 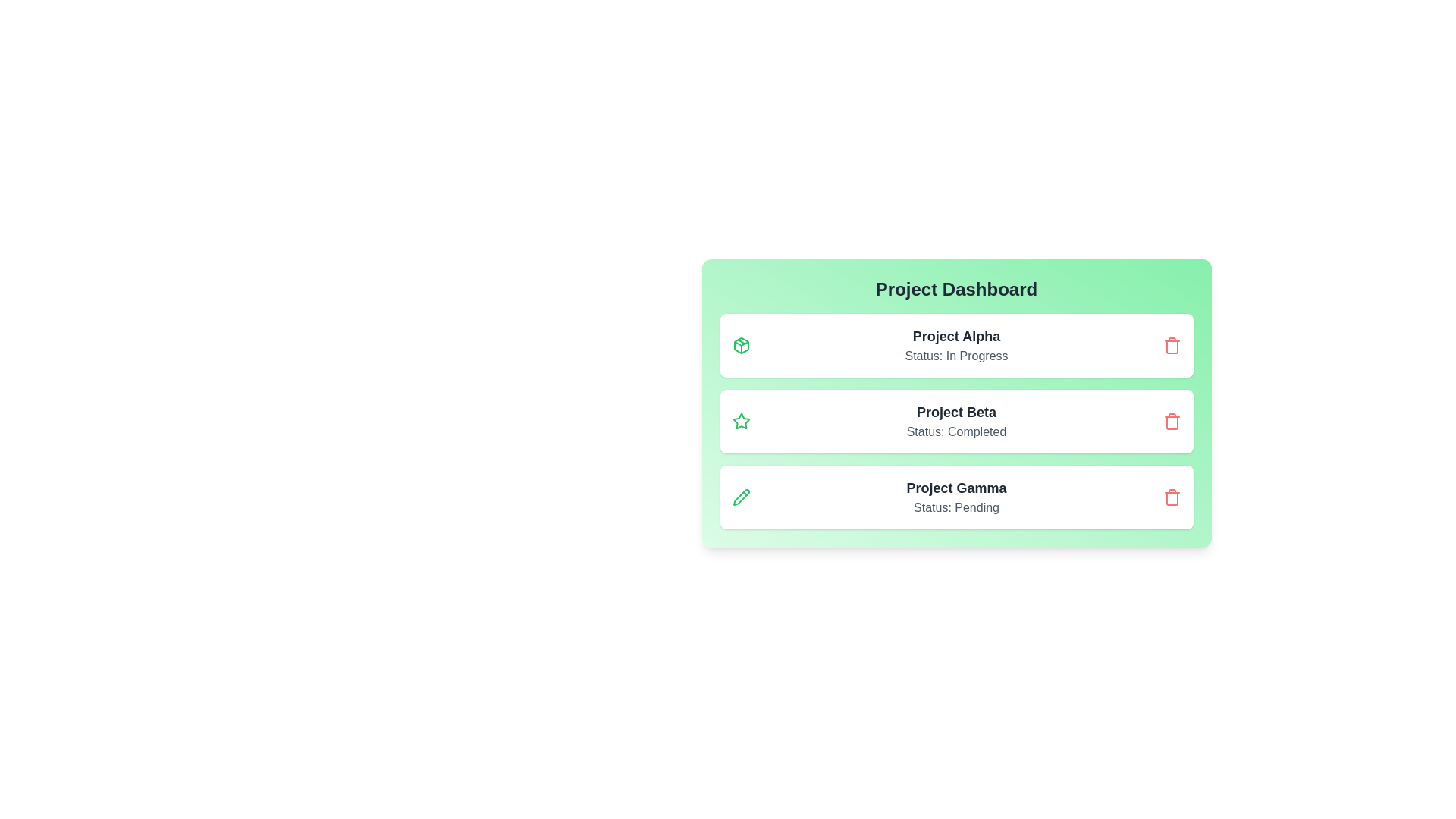 What do you see at coordinates (1171, 345) in the screenshot?
I see `the delete button for the project Project Alpha` at bounding box center [1171, 345].